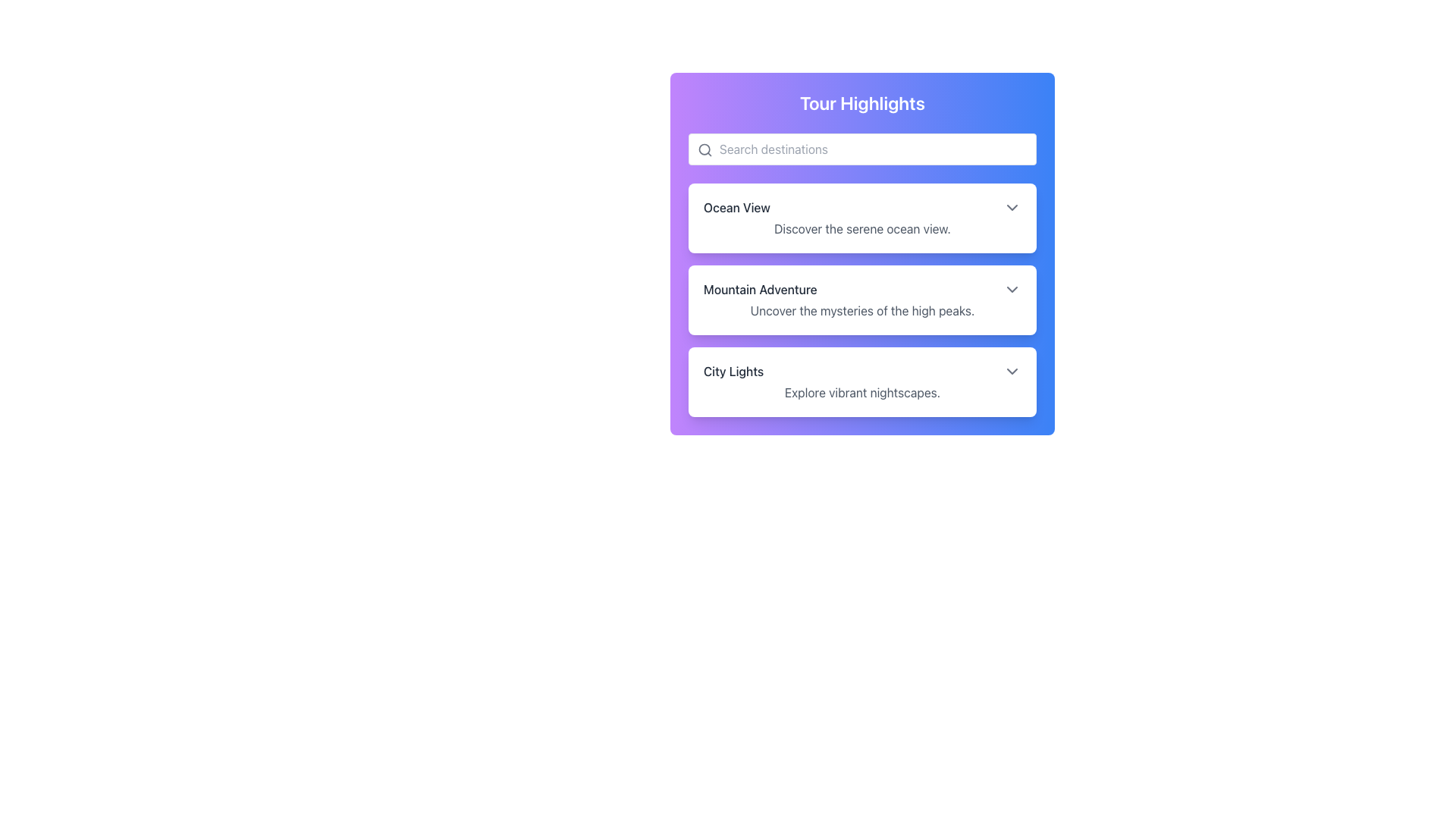  I want to click on the search icon positioned at the top-left corner of the search input field labeled 'Search destinations', so click(704, 149).